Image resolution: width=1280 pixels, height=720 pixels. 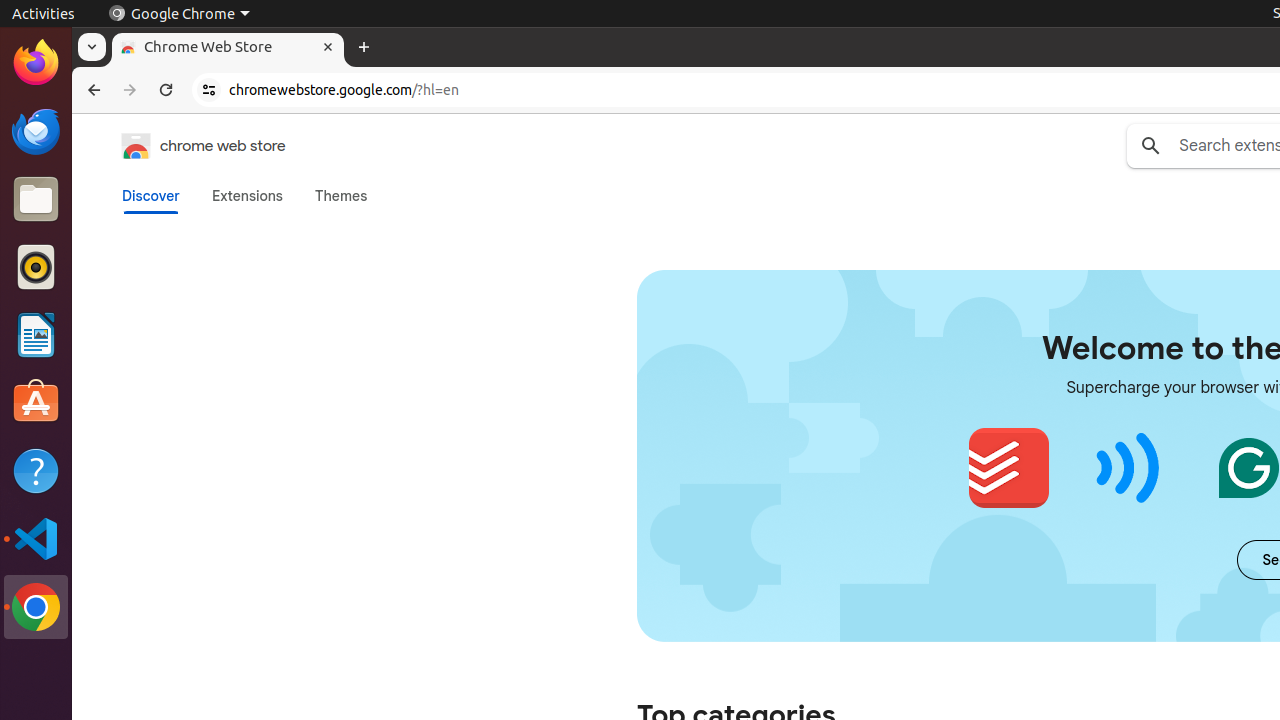 I want to click on 'Google Chrome', so click(x=178, y=13).